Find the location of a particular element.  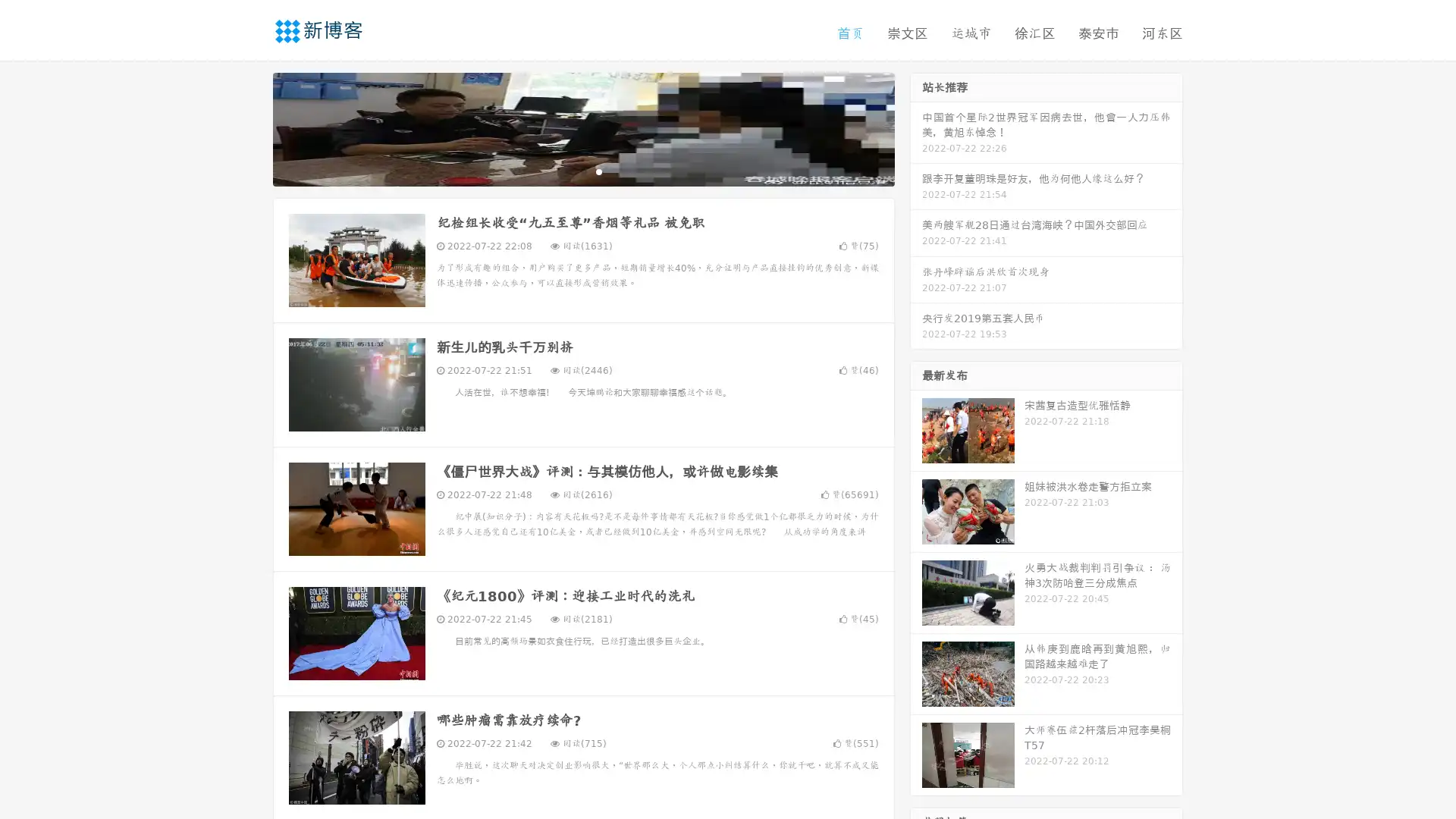

Go to slide 2 is located at coordinates (582, 171).